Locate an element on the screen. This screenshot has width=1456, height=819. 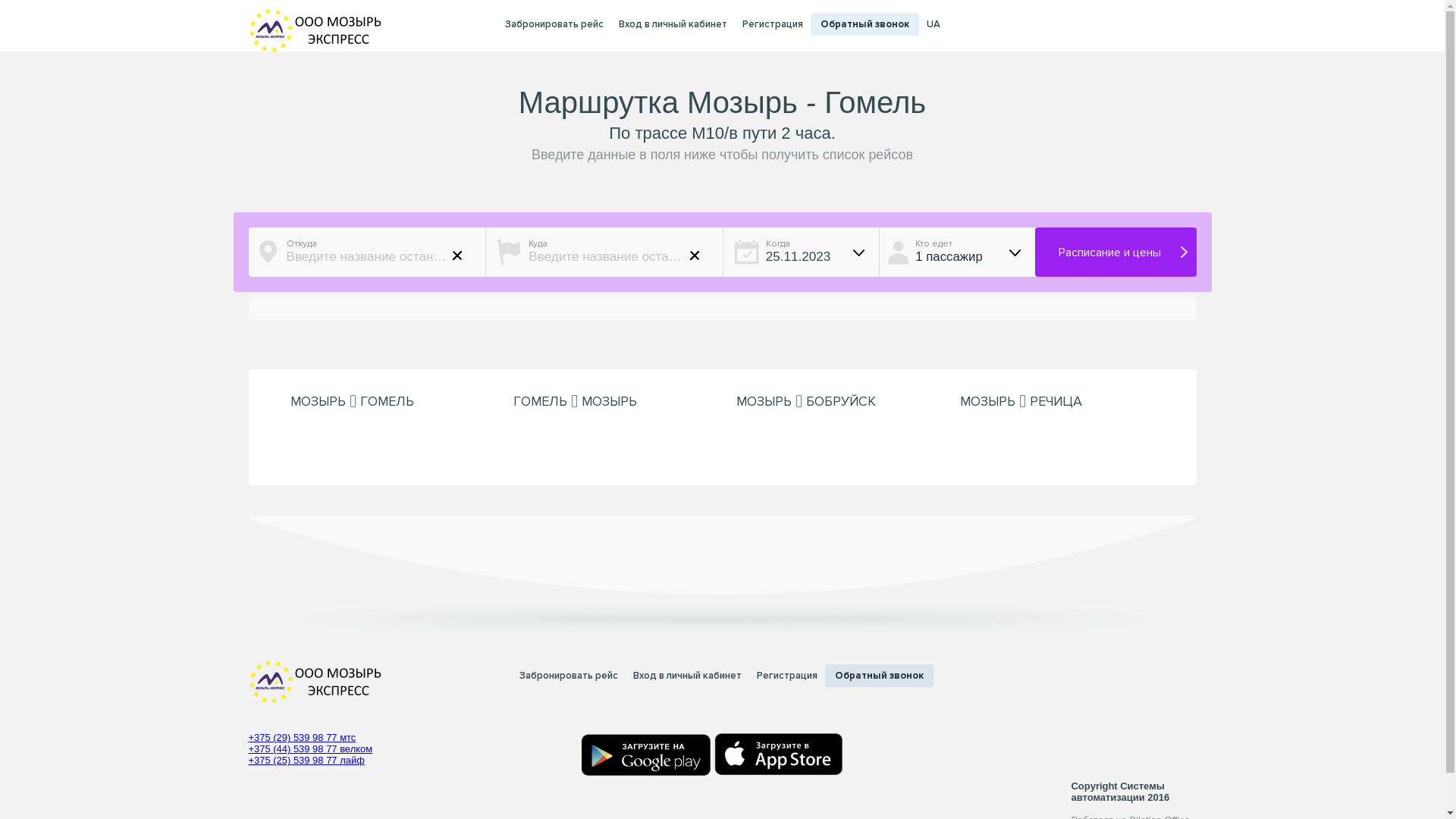
'UA' is located at coordinates (932, 24).